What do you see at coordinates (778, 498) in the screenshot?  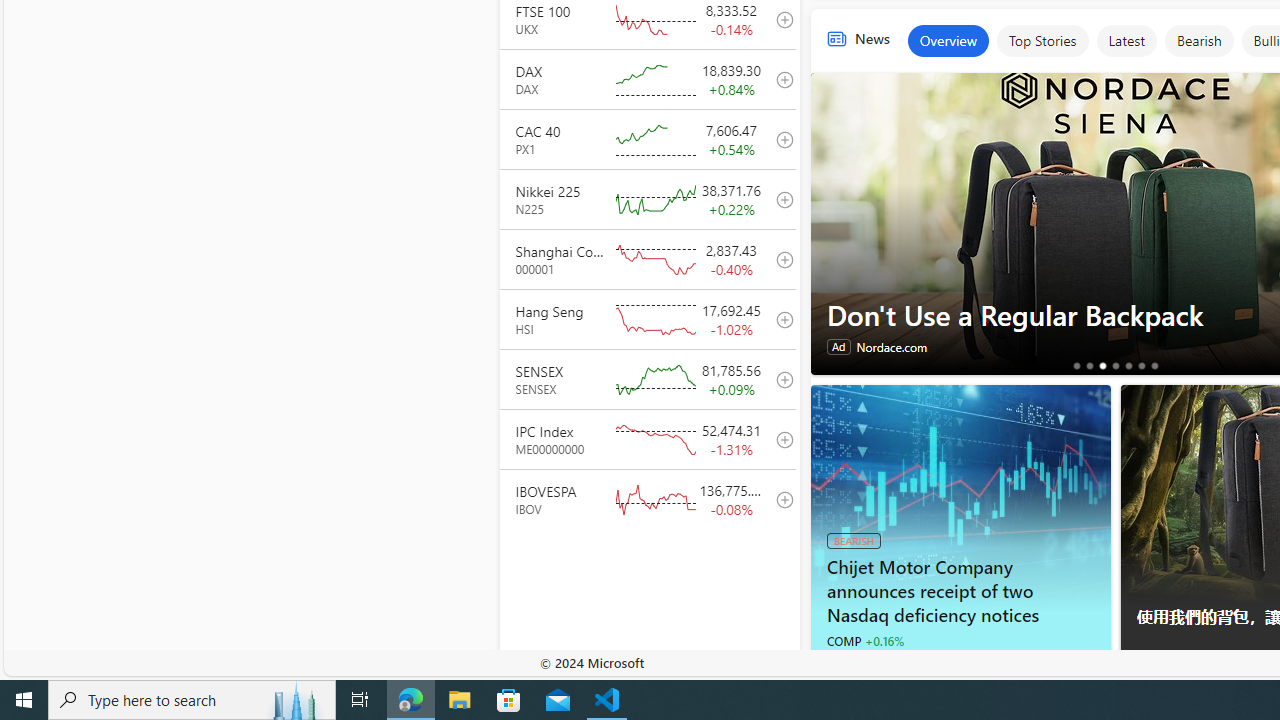 I see `'add to your watchlist'` at bounding box center [778, 498].